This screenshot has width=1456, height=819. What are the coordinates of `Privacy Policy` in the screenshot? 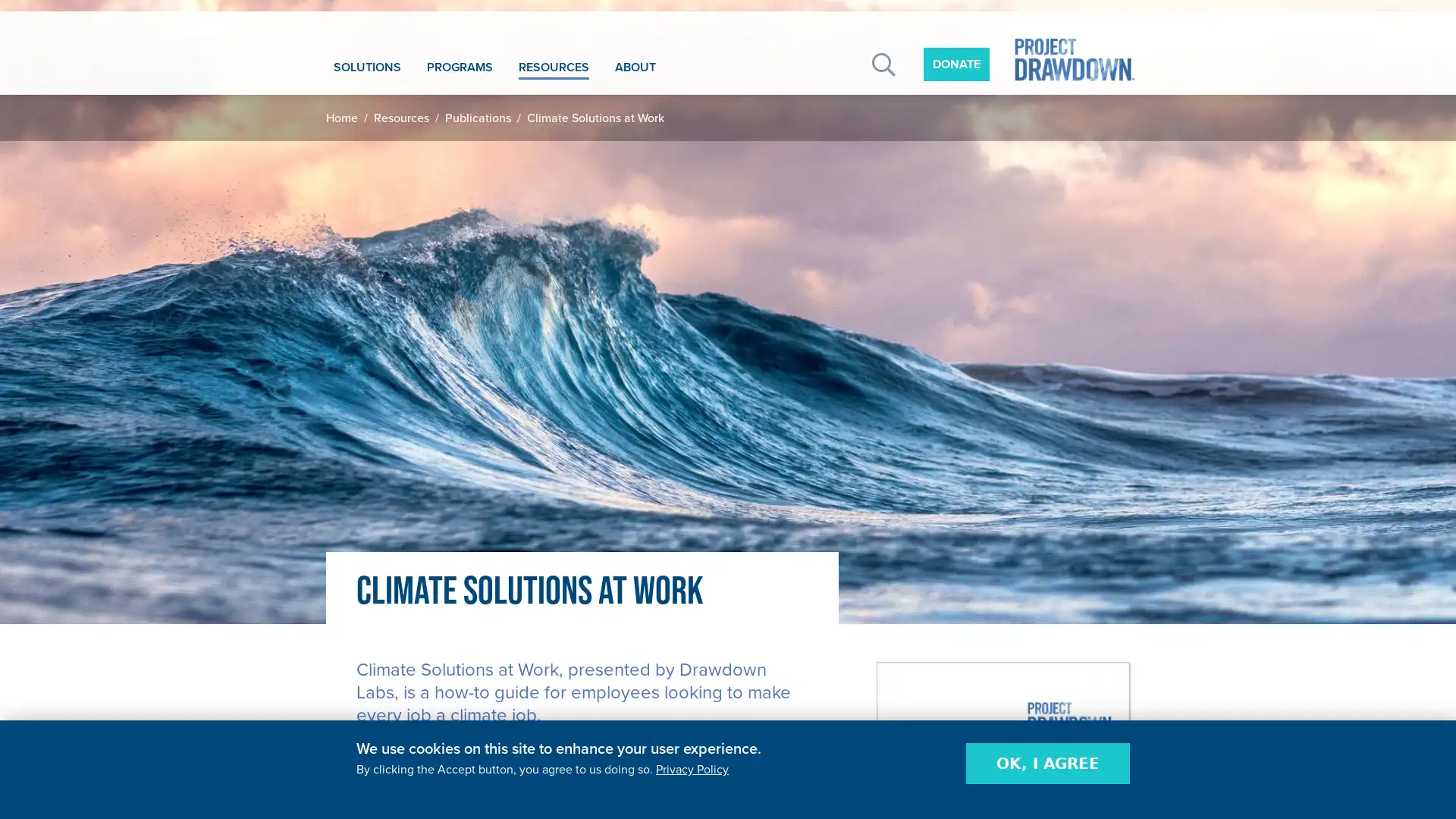 It's located at (691, 769).